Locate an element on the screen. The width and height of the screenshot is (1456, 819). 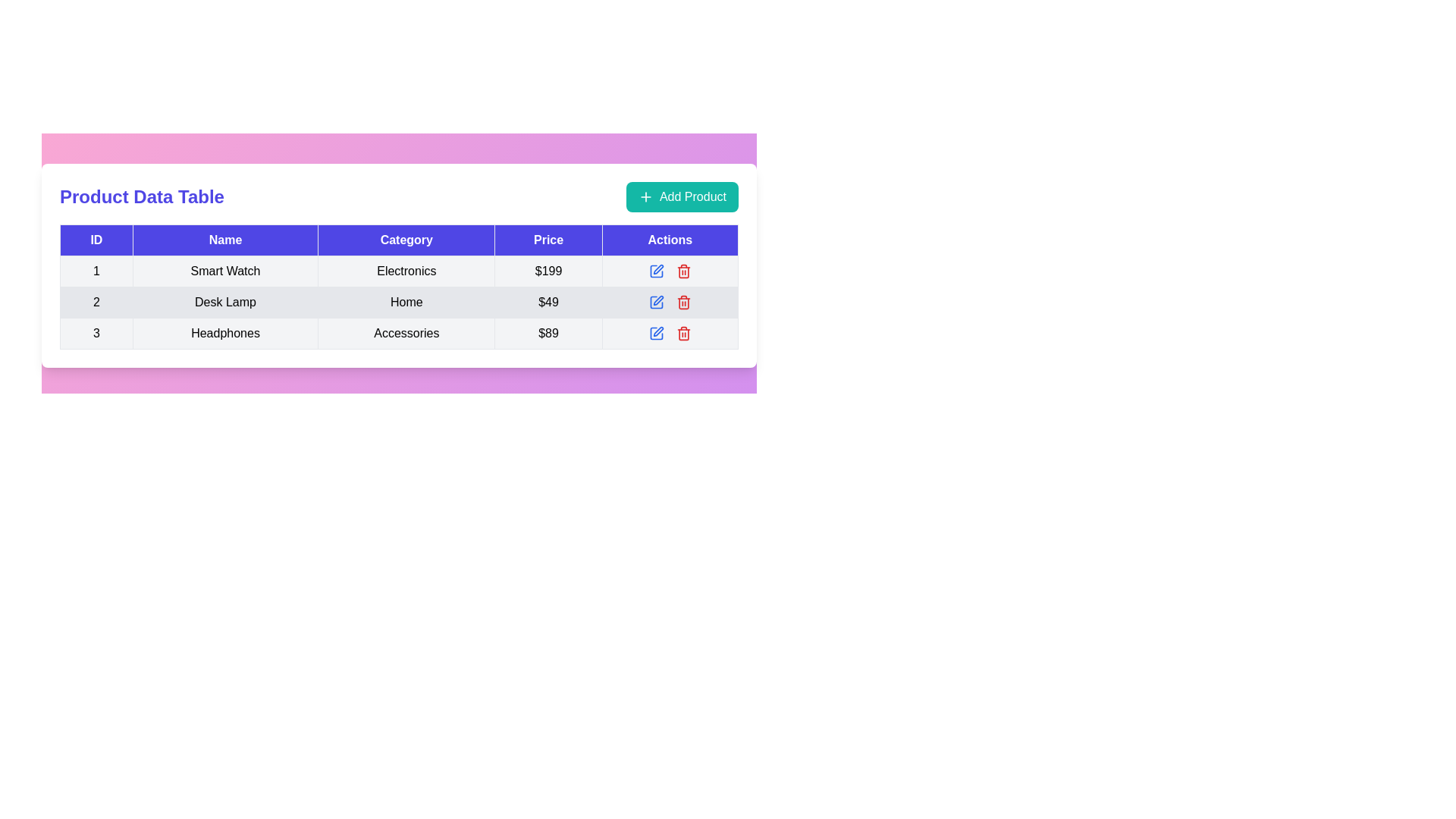
the 'Add Product' icon located on the left edge of the 'Add Product' button to trigger potential visual effects is located at coordinates (645, 196).